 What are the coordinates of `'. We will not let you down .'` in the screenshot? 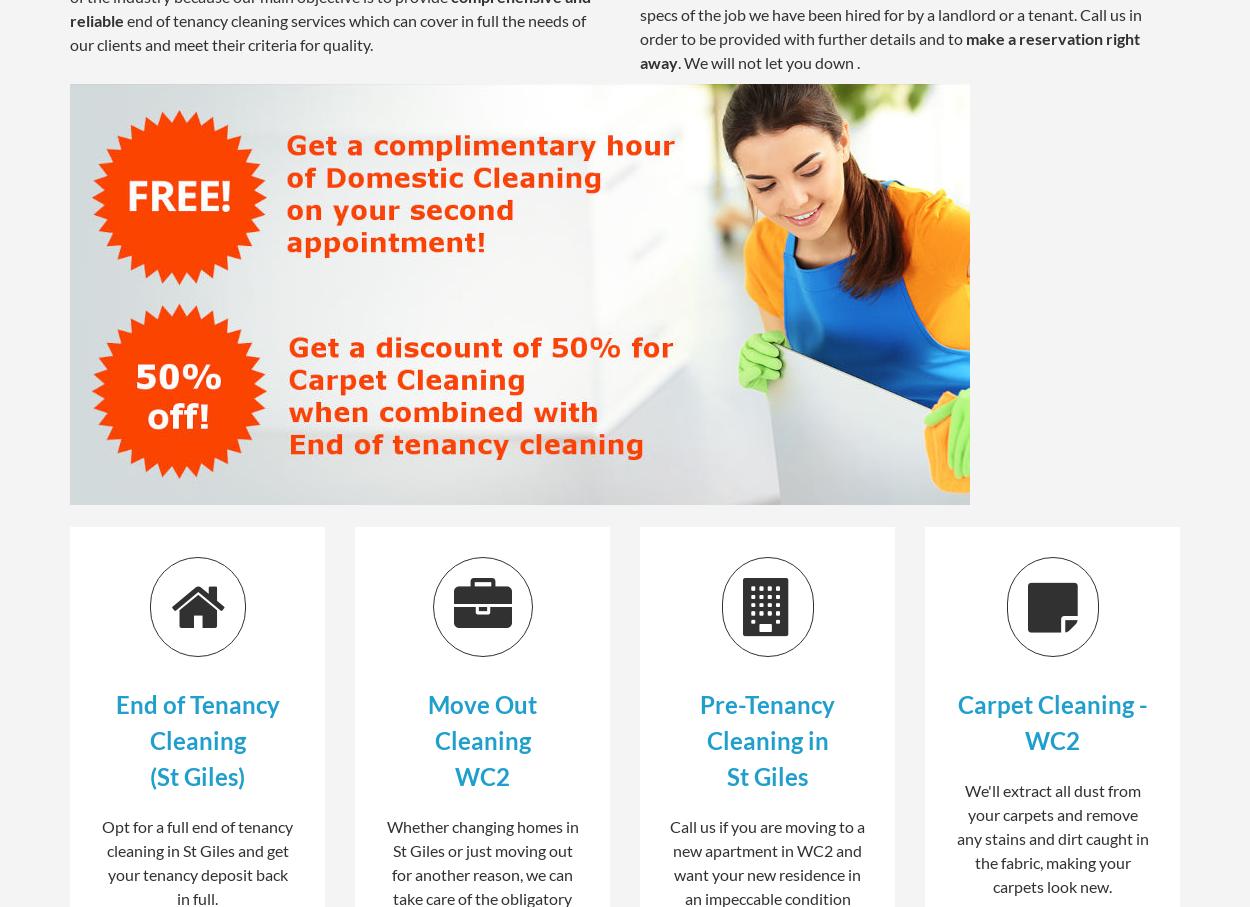 It's located at (678, 61).